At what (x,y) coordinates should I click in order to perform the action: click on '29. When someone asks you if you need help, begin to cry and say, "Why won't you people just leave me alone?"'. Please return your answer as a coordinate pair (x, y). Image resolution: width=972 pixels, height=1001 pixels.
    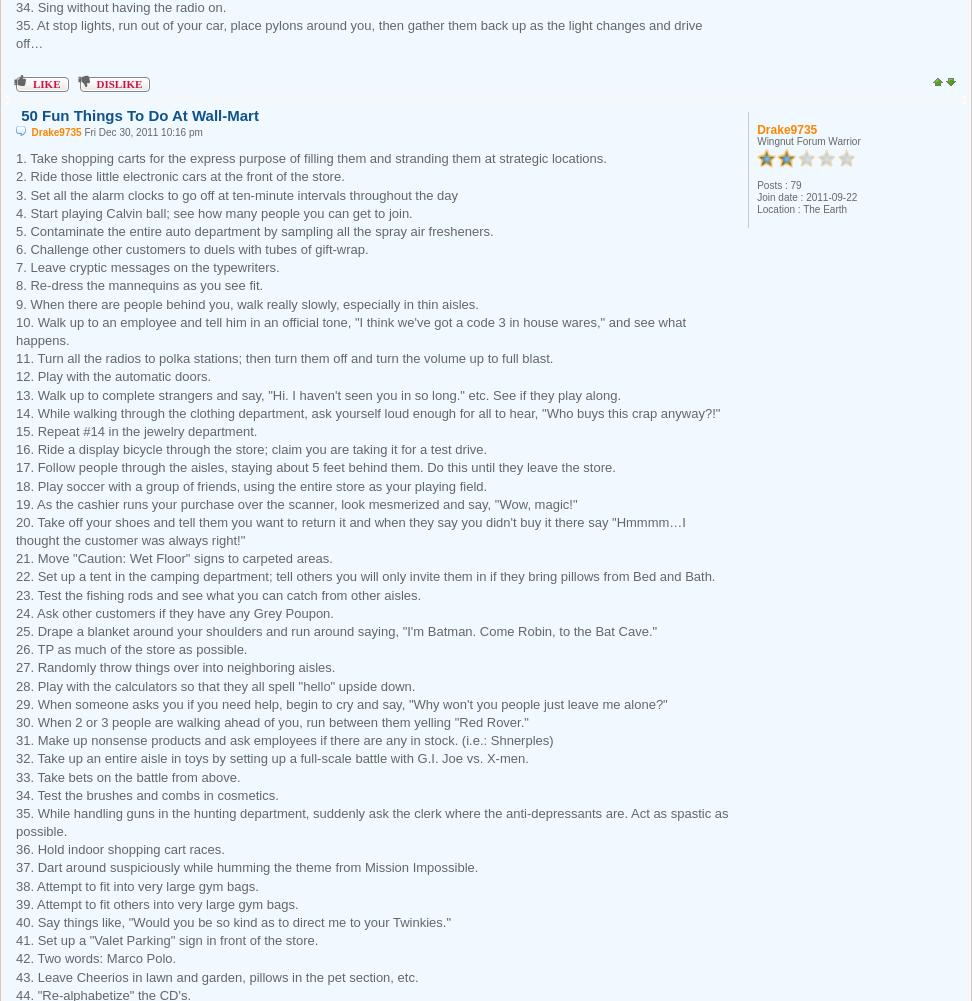
    Looking at the image, I should click on (16, 702).